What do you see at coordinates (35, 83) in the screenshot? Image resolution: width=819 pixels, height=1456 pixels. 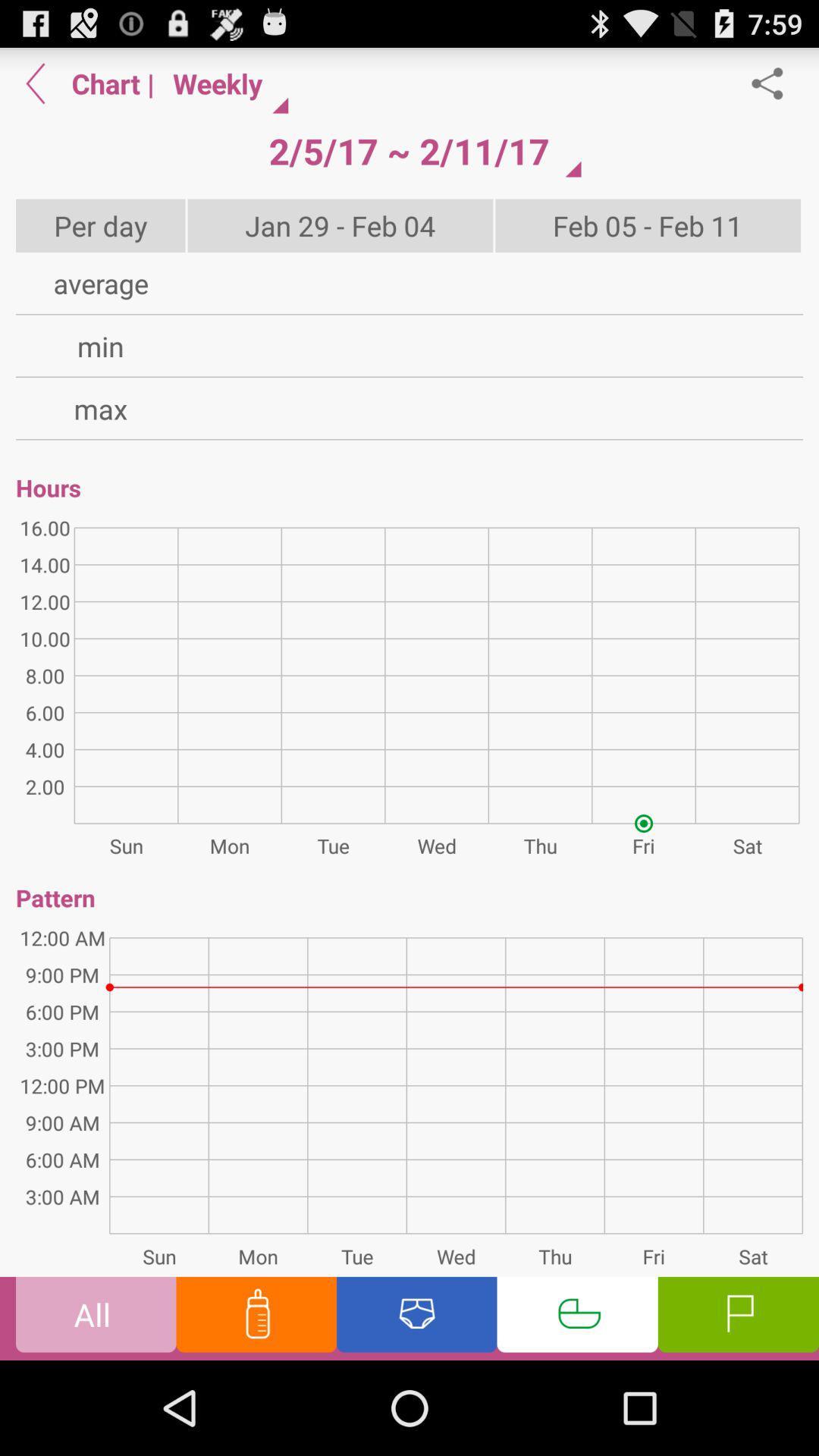 I see `the app to the left of the chart app` at bounding box center [35, 83].